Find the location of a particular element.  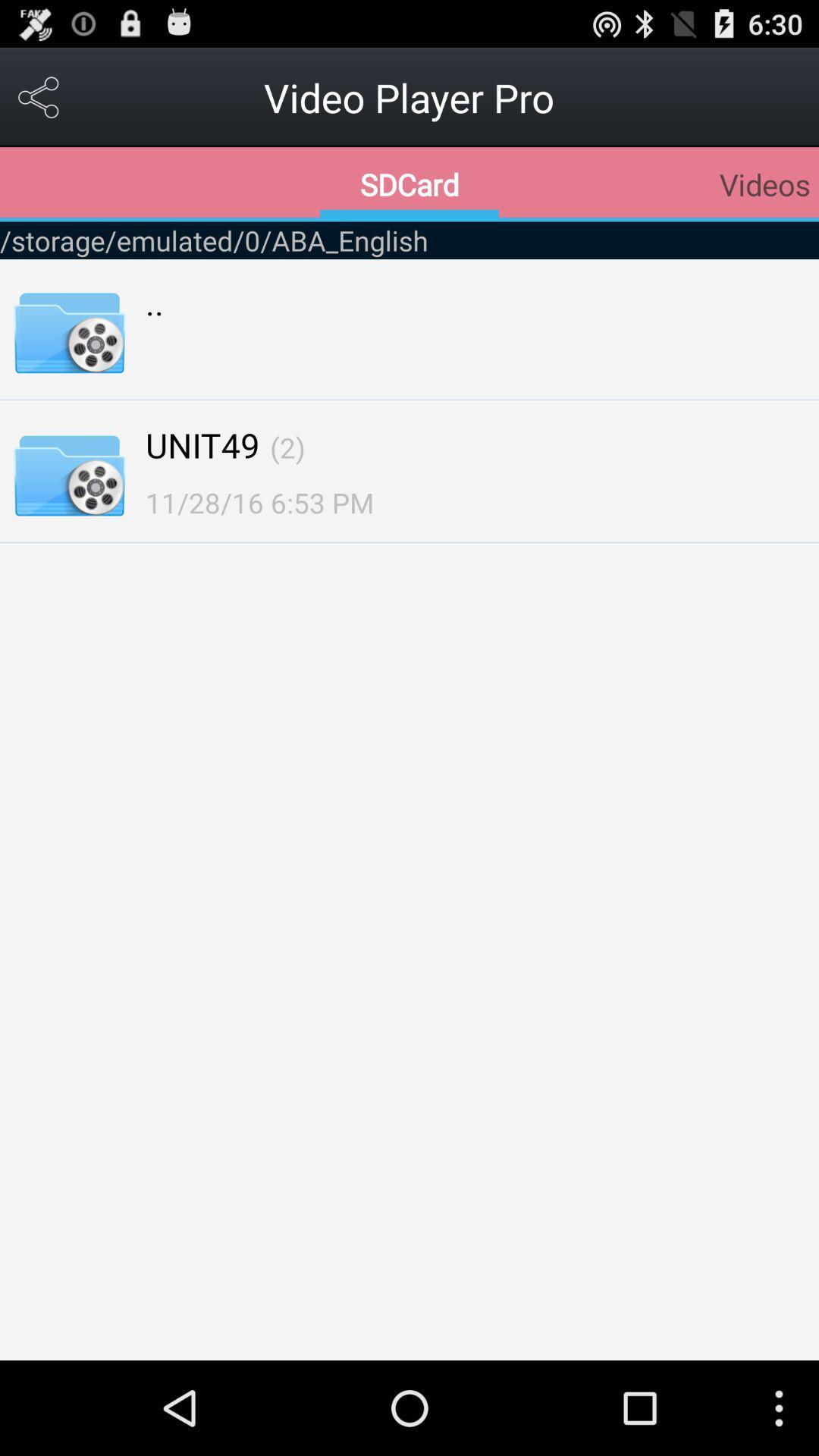

the item below the unit49 app is located at coordinates (259, 502).